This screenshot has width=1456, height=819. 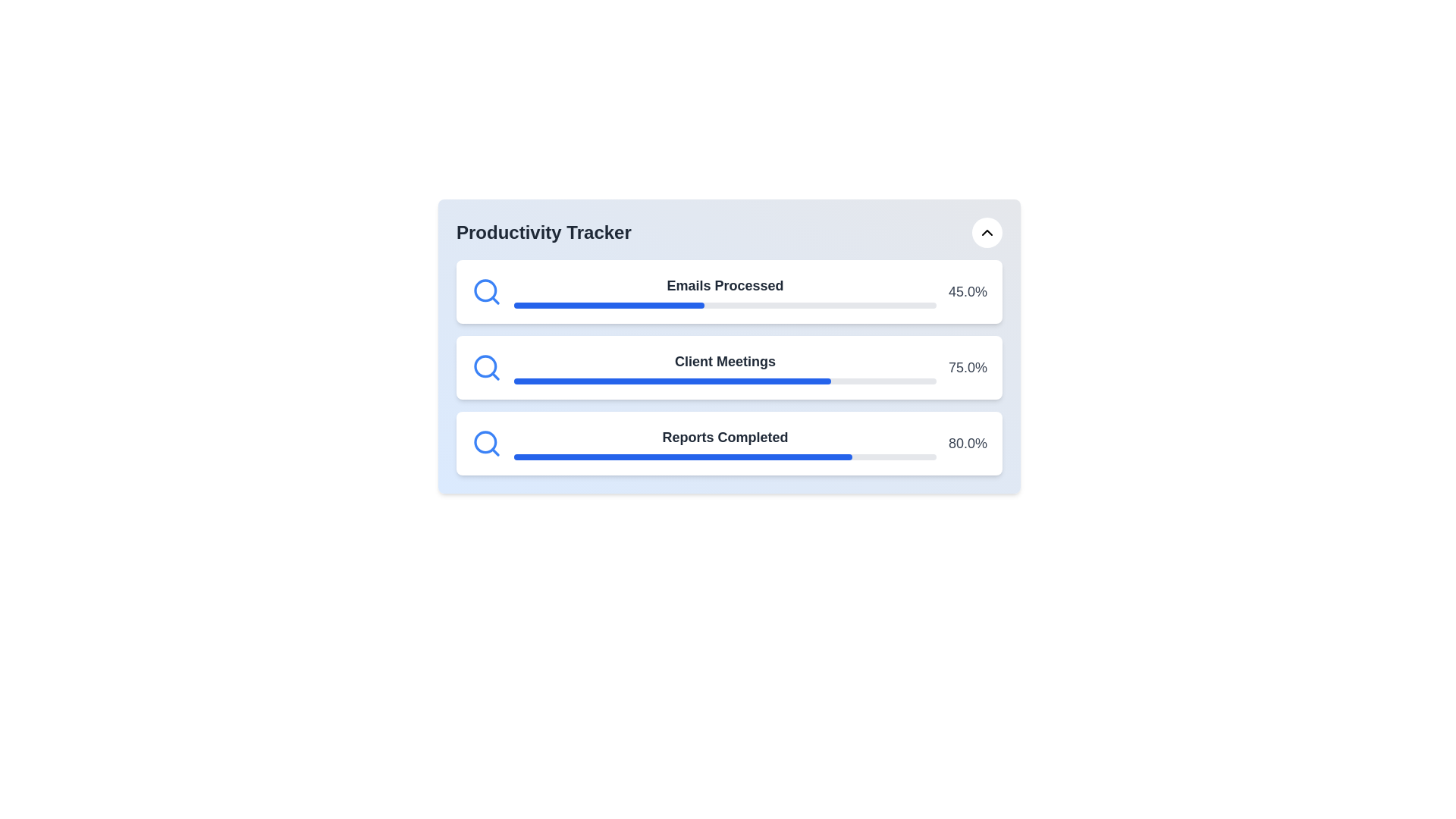 I want to click on the 'Reports Completed' label in the Productivity Tracker section, which is centrally aligned above the blue progress bar and to the right of the magnifying glass icon, so click(x=724, y=444).